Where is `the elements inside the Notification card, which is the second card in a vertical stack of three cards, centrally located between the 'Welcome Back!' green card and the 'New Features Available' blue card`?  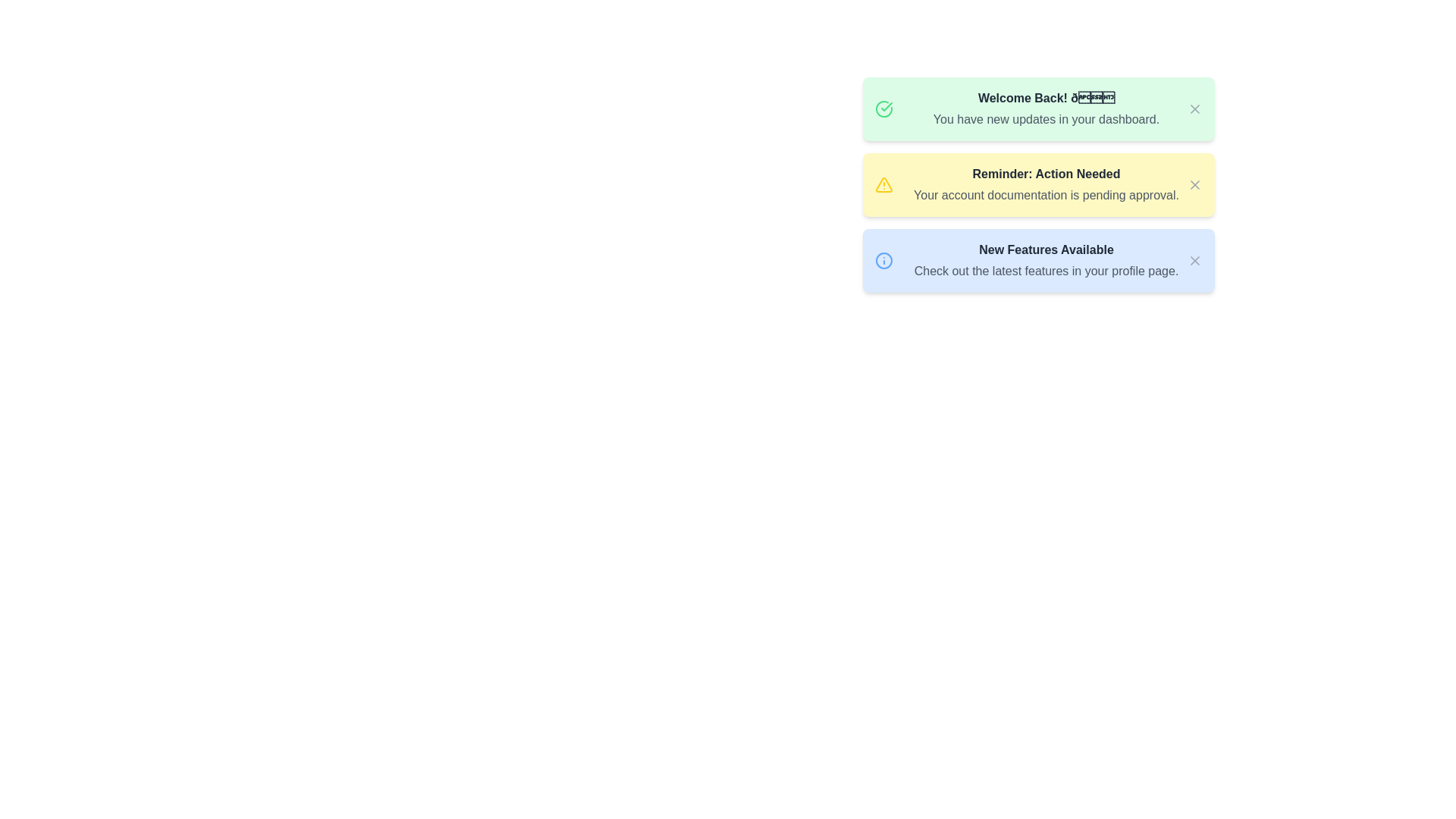
the elements inside the Notification card, which is the second card in a vertical stack of three cards, centrally located between the 'Welcome Back!' green card and the 'New Features Available' blue card is located at coordinates (1037, 184).